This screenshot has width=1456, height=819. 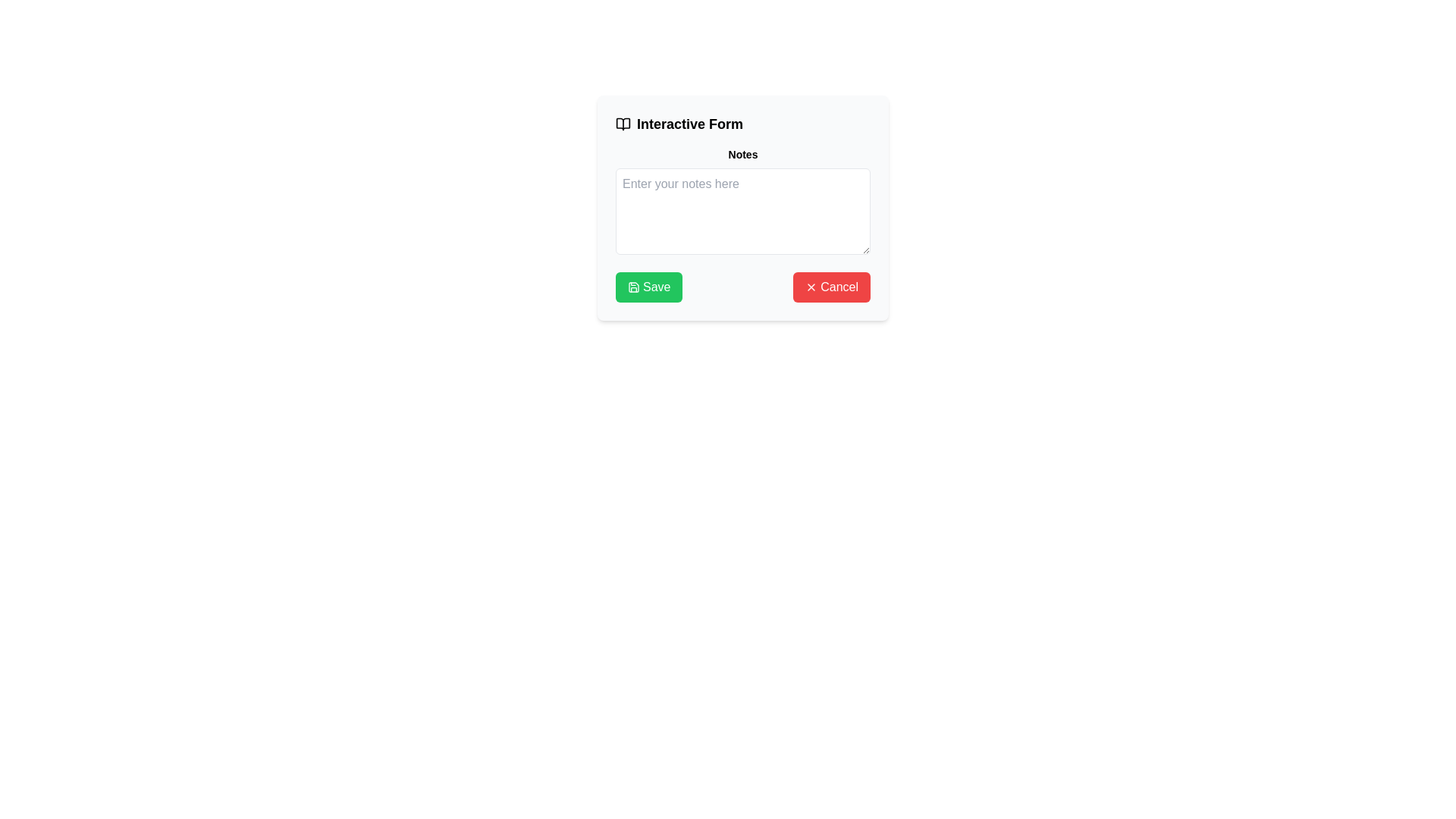 What do you see at coordinates (623, 124) in the screenshot?
I see `the secondary visual element of the open-book-themed icon located at the top of the modal card, immediately to the left of the text 'Interactive Form'` at bounding box center [623, 124].